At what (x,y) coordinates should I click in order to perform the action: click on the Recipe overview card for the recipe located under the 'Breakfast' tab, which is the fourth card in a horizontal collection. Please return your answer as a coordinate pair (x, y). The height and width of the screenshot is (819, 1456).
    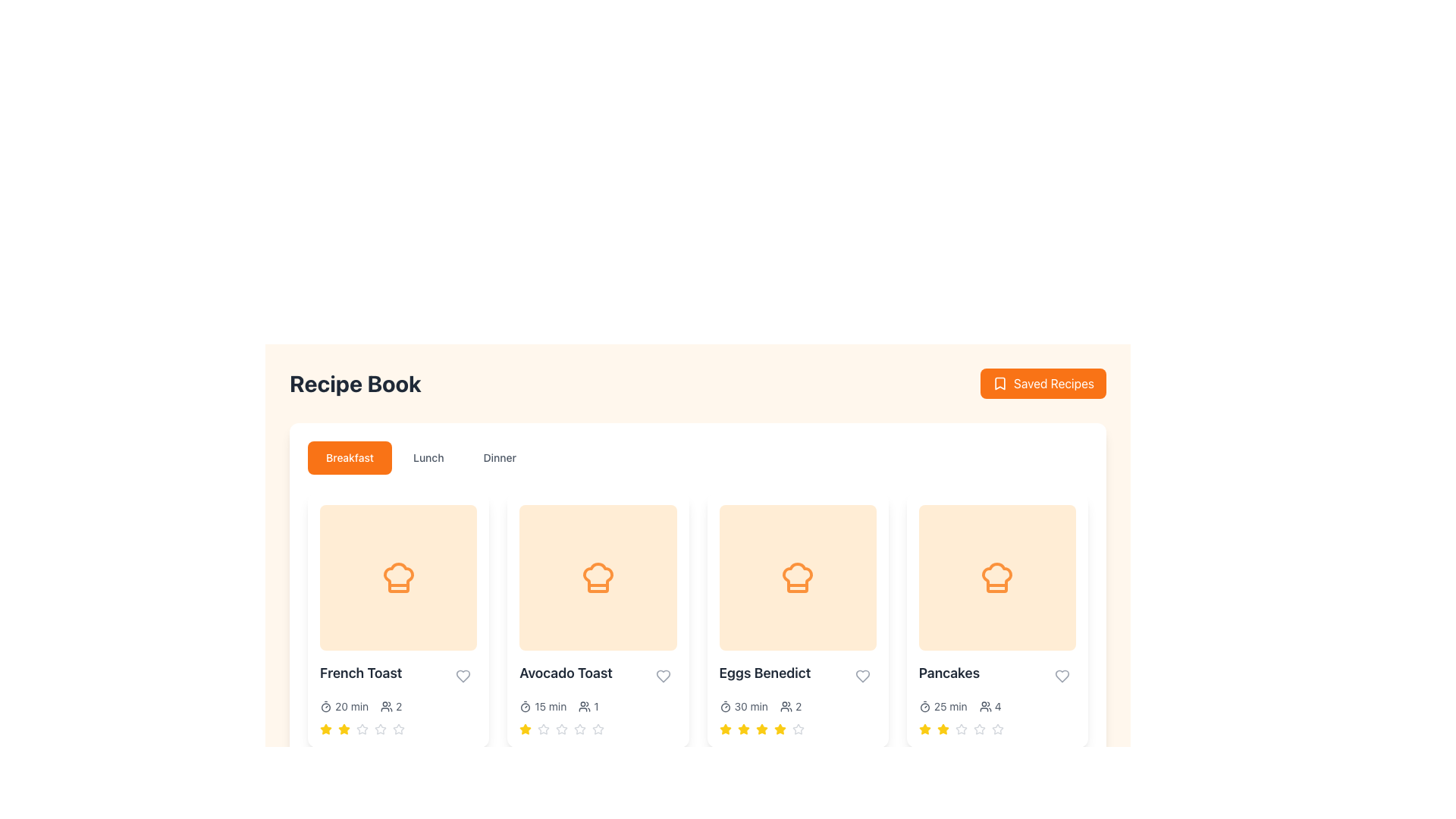
    Looking at the image, I should click on (997, 620).